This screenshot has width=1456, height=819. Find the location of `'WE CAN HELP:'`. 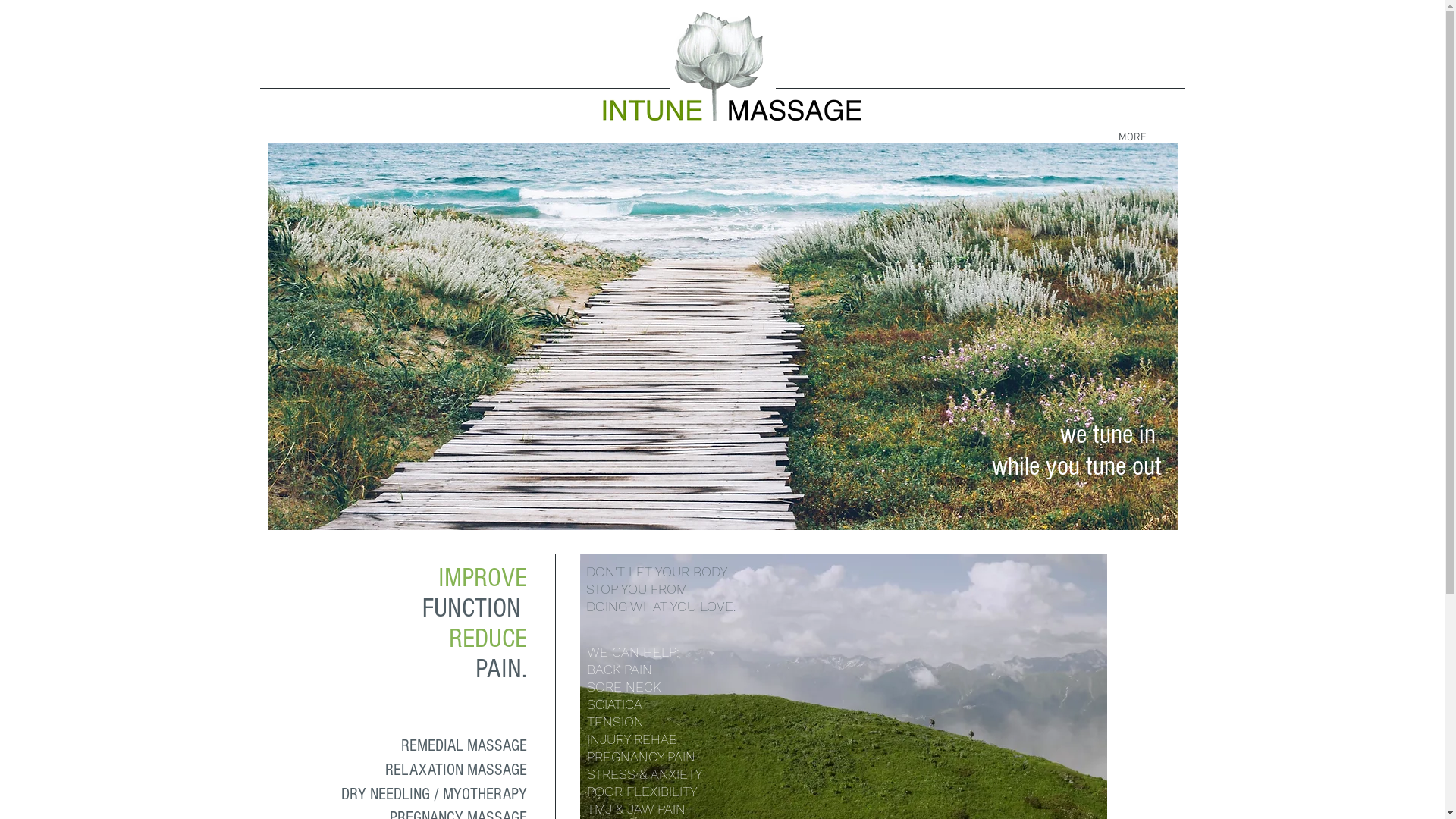

'WE CAN HELP:' is located at coordinates (633, 651).